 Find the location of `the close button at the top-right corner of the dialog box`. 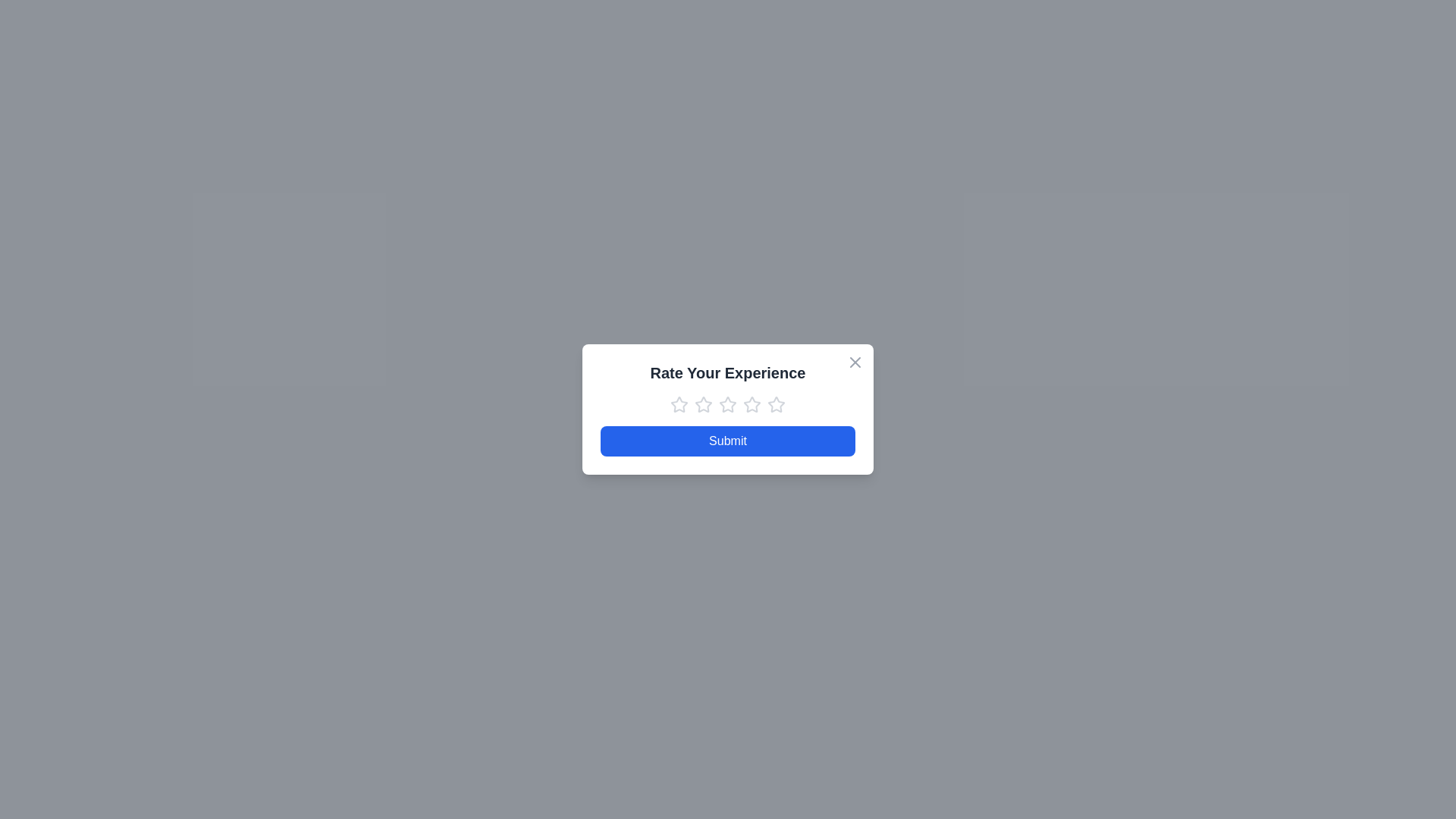

the close button at the top-right corner of the dialog box is located at coordinates (855, 362).